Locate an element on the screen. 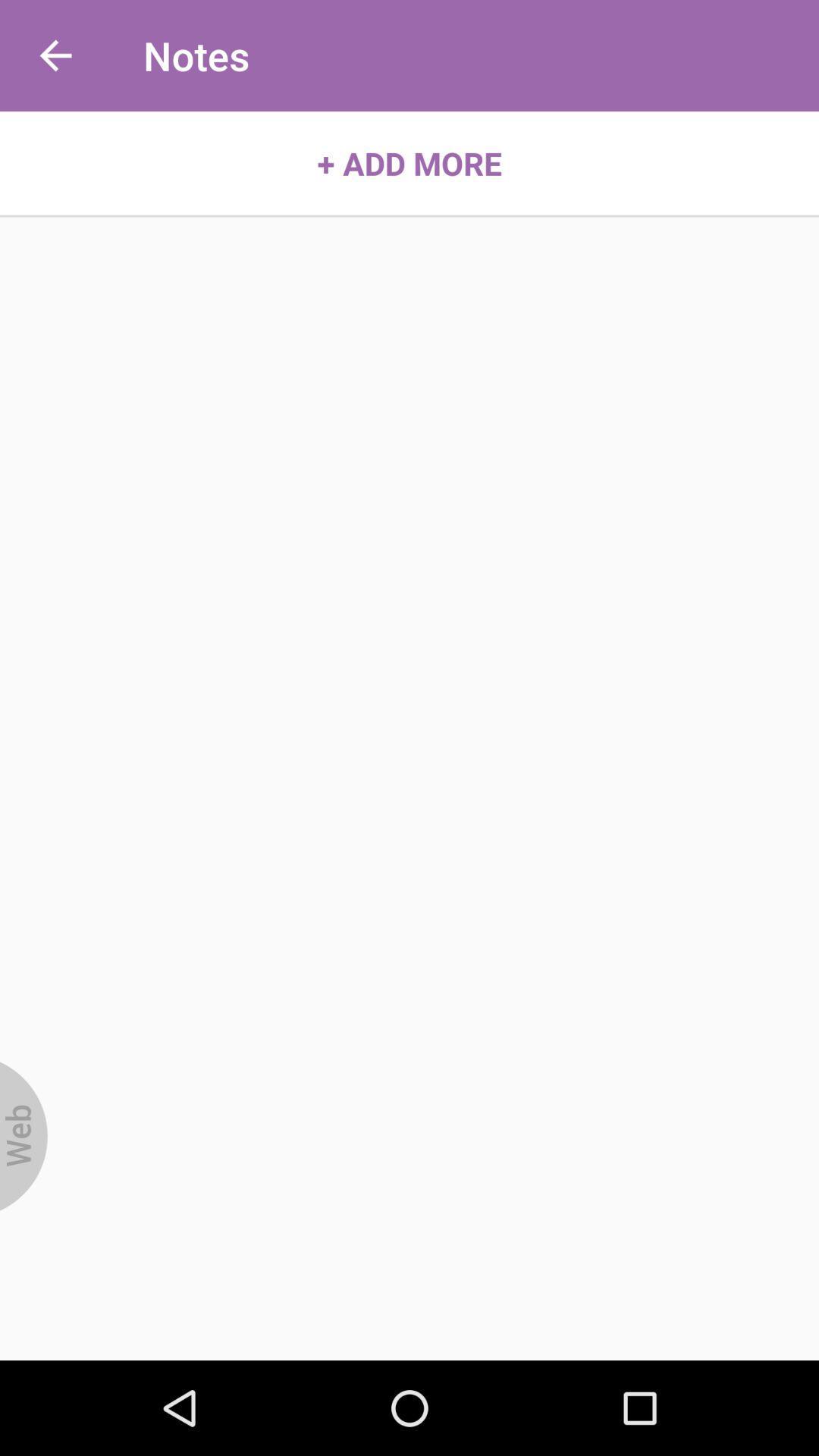 The image size is (819, 1456). icon above the + add more item is located at coordinates (55, 55).